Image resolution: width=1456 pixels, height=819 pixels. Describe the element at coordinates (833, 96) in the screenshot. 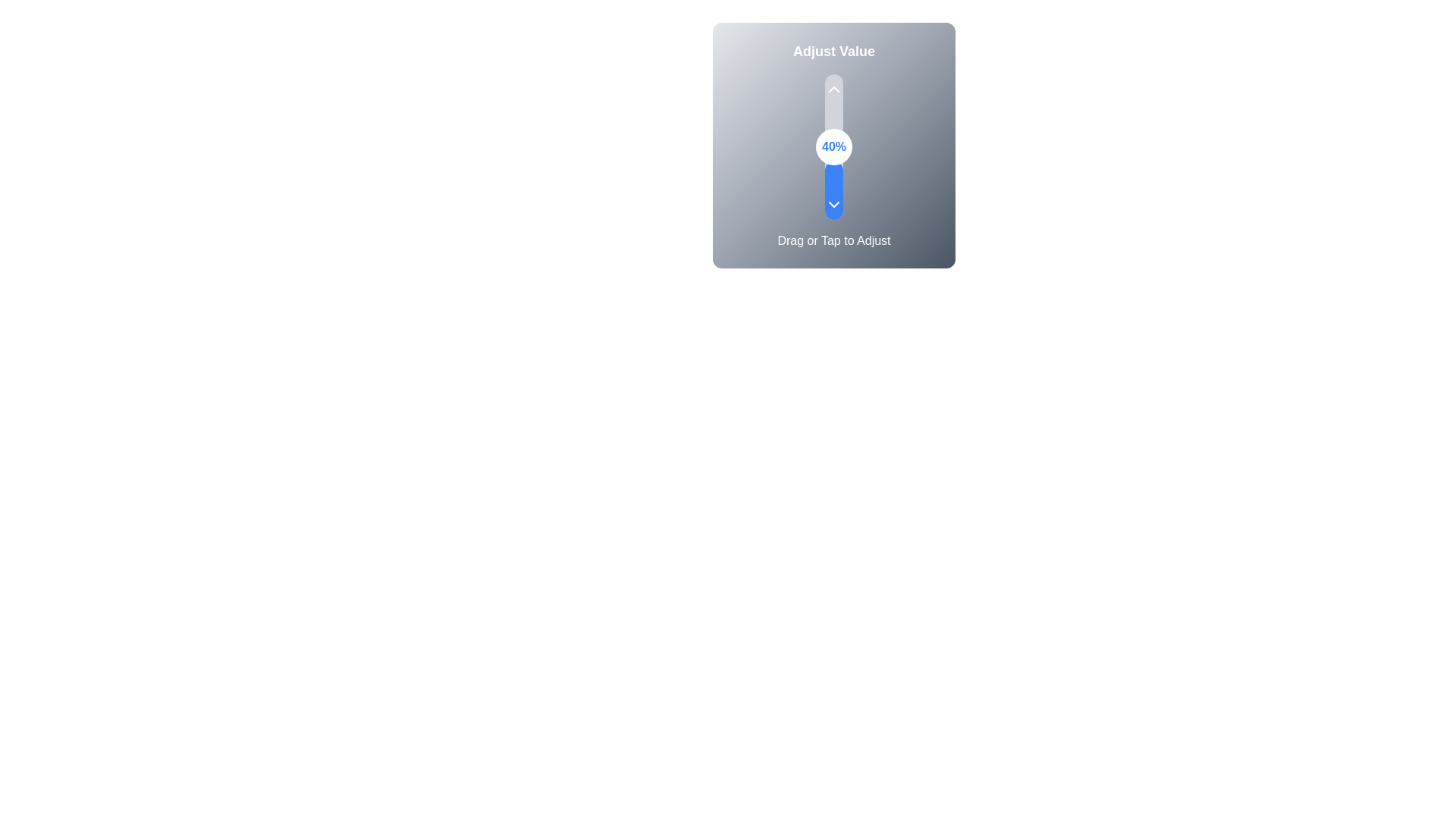

I see `the slider value` at that location.